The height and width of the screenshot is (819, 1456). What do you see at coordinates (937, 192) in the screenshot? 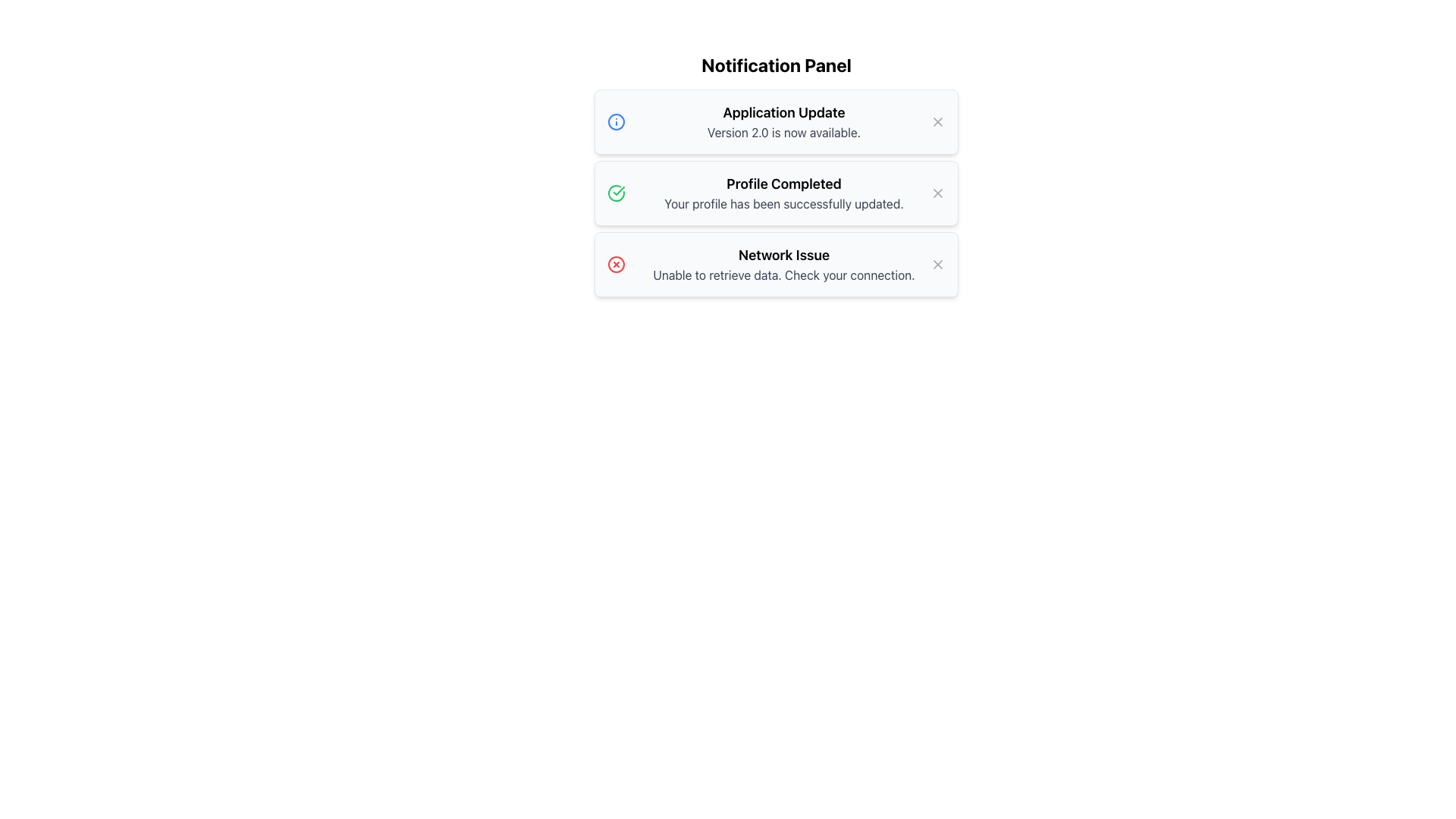
I see `the close button located at the far right side of the second notification card, next to the text 'Your profile has been successfully updated,' to change its color` at bounding box center [937, 192].